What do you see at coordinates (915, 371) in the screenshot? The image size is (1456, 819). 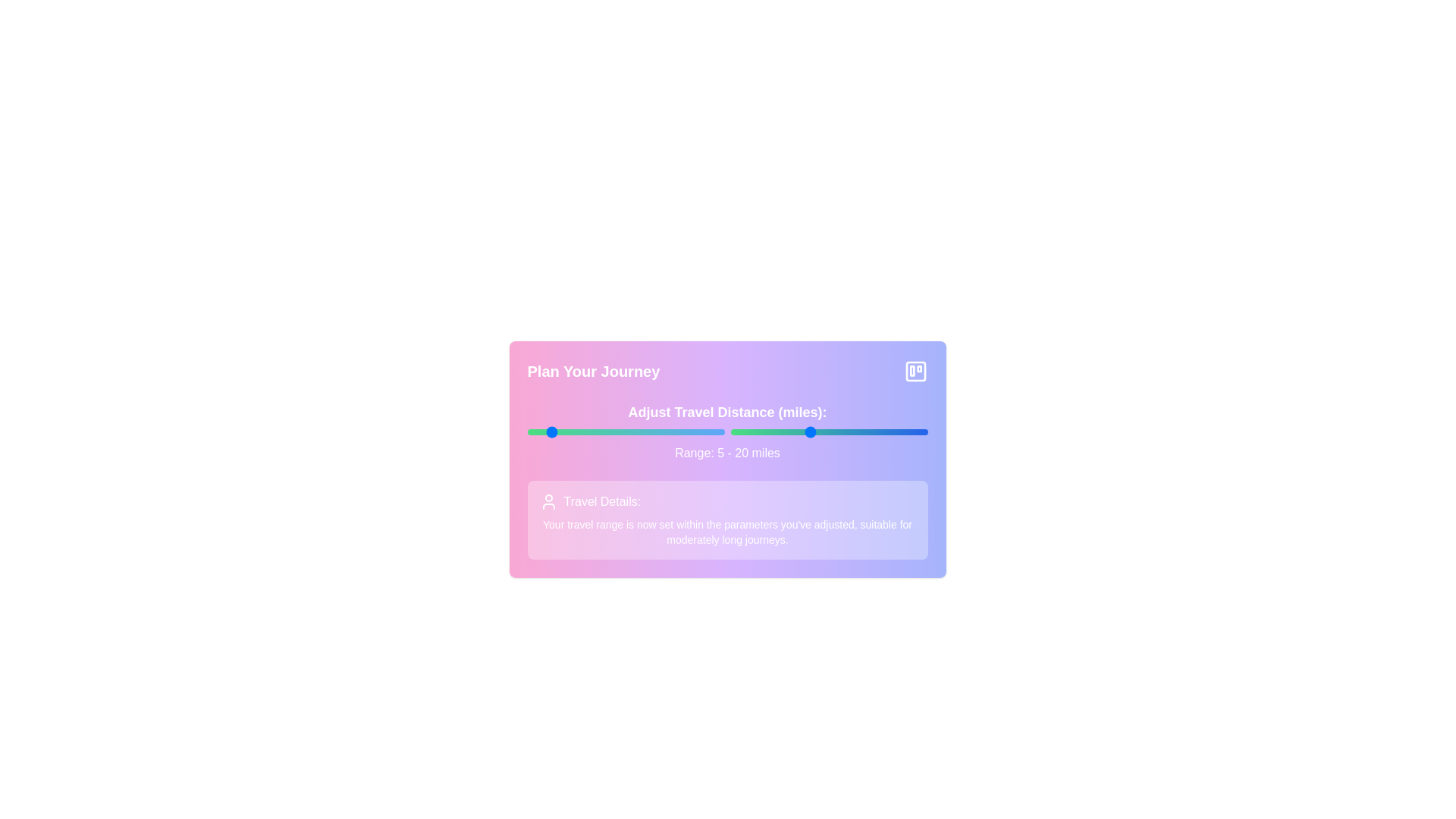 I see `the Trello logo icon, which is a minimalistic white outlined icon located in the top-right corner of the 'Plan Your Journey' section, adjacent to the title text` at bounding box center [915, 371].